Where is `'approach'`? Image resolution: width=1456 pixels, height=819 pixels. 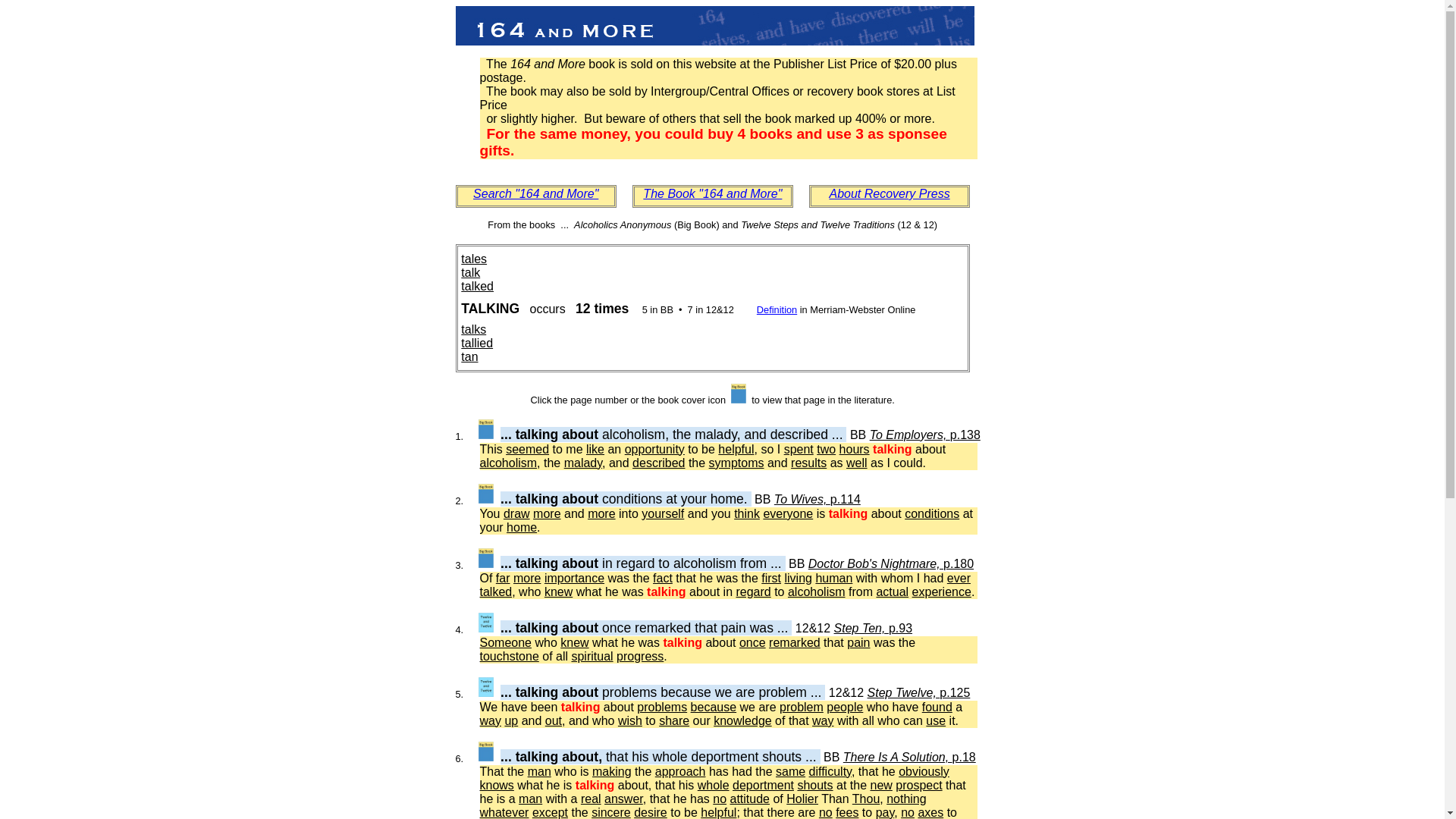
'approach' is located at coordinates (655, 771).